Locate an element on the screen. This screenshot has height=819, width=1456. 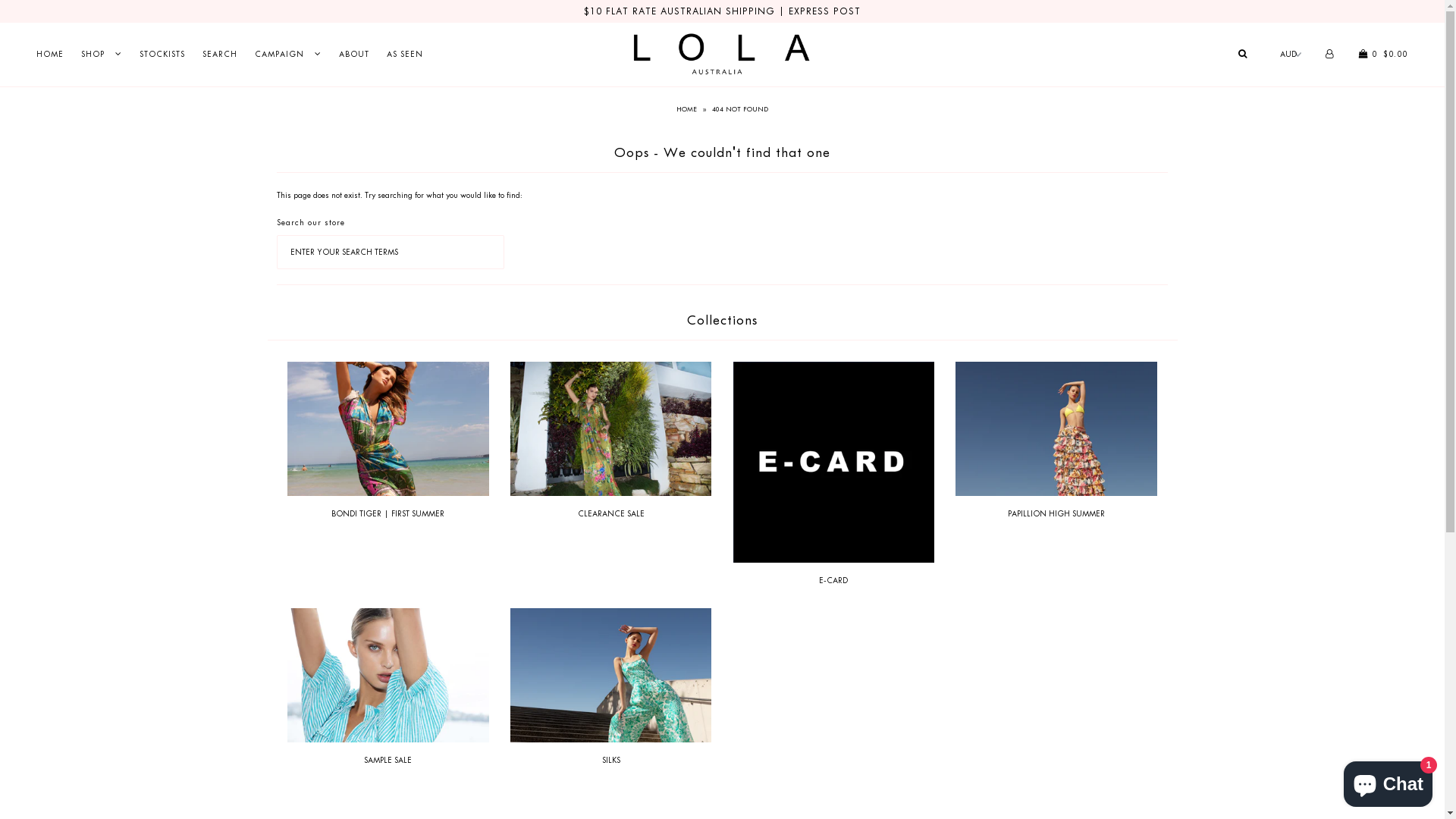
'CAMPAIGN' is located at coordinates (247, 53).